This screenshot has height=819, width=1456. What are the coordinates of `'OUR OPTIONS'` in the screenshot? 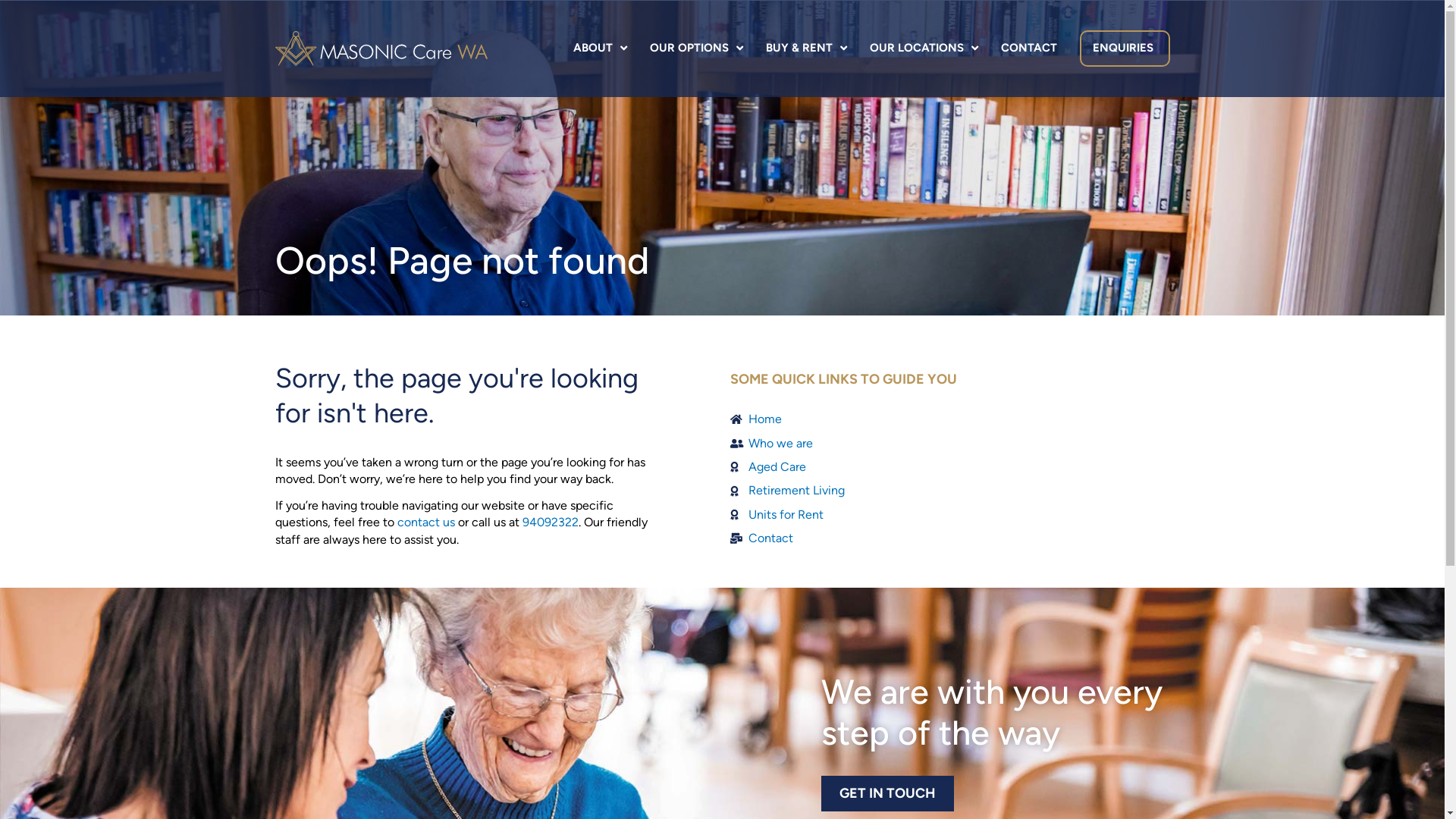 It's located at (695, 48).